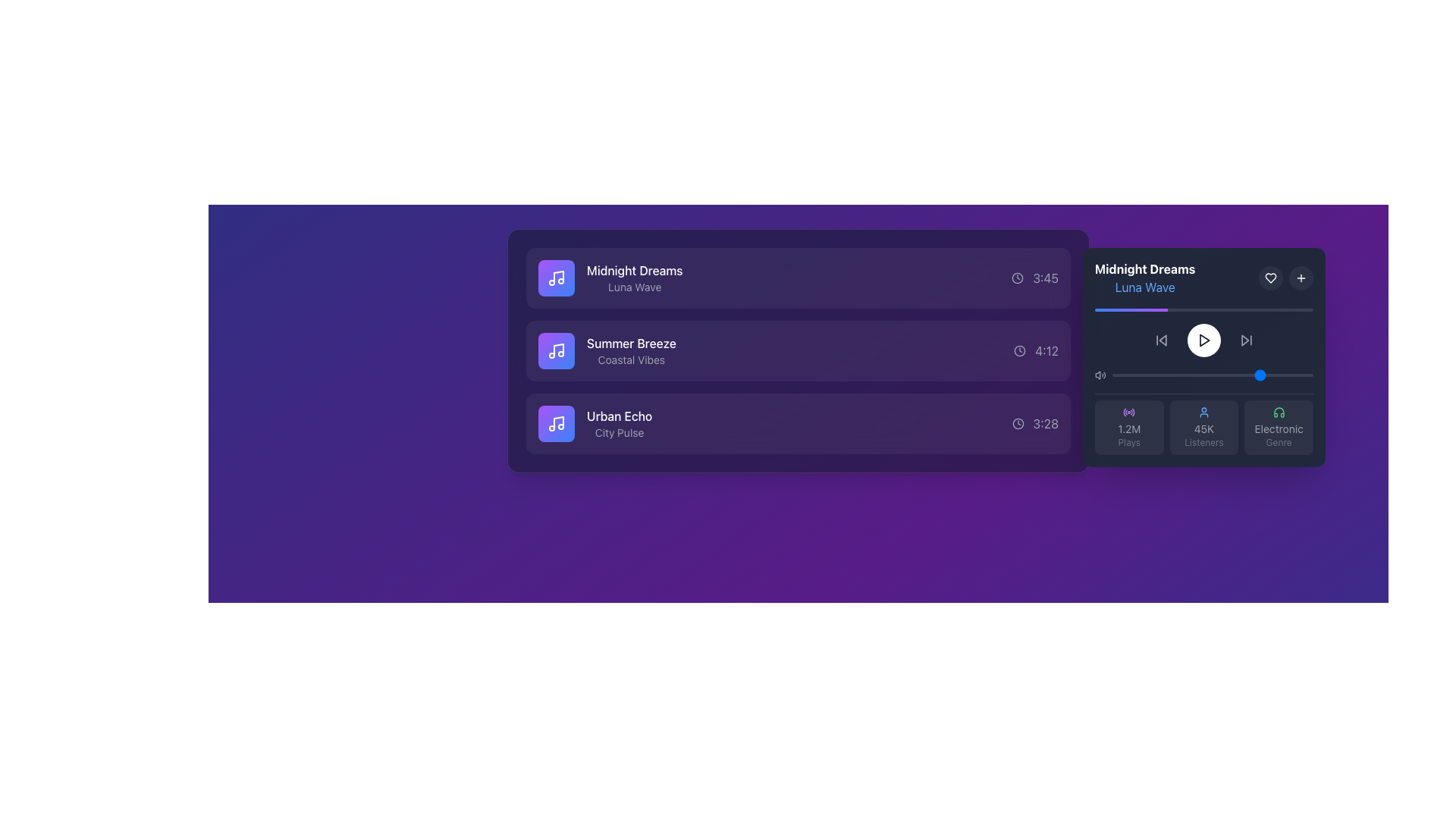 The image size is (1456, 819). What do you see at coordinates (1203, 339) in the screenshot?
I see `the play/pause button located in the playback control section of the audio player interface` at bounding box center [1203, 339].